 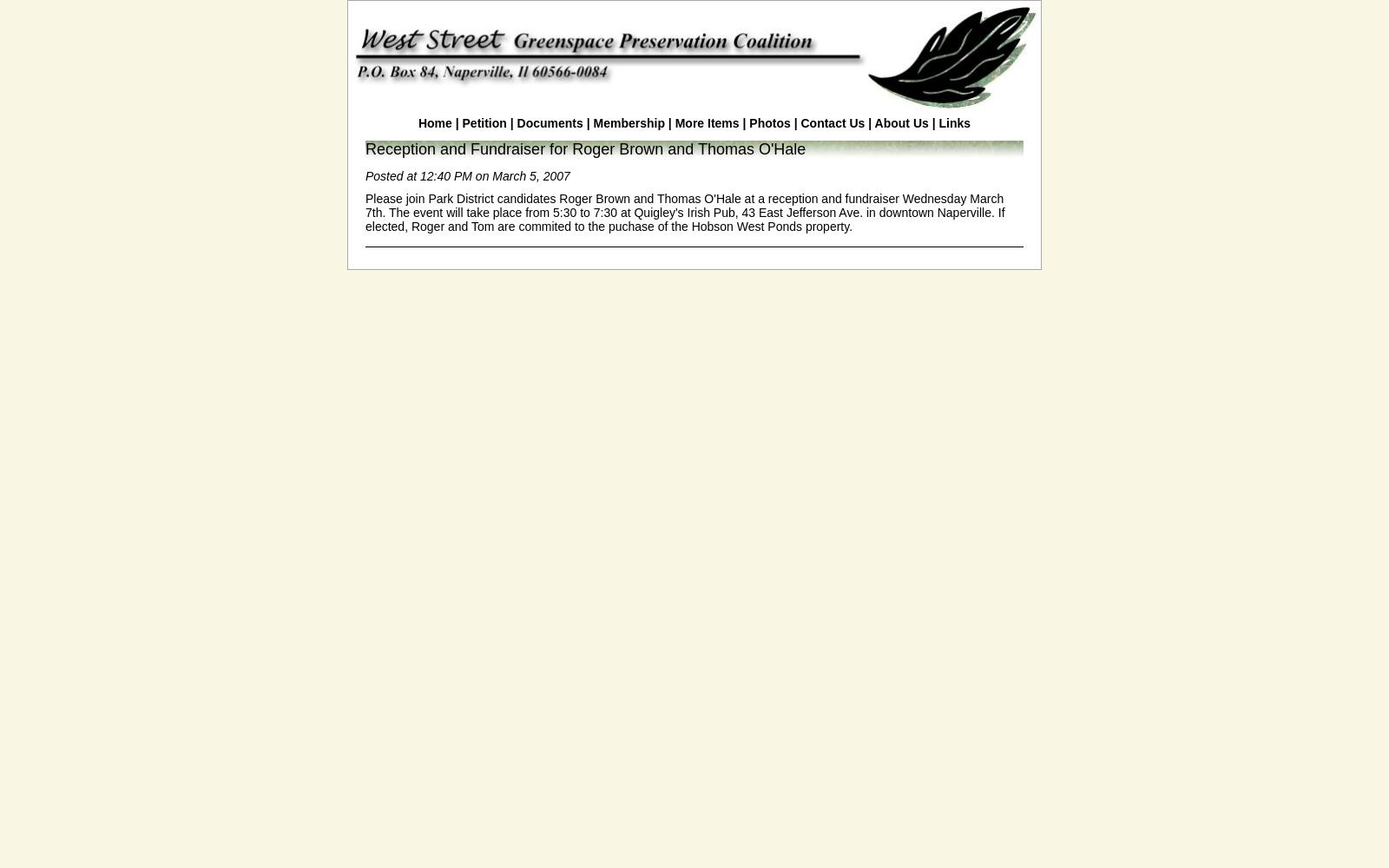 I want to click on 'Contact Us', so click(x=832, y=123).